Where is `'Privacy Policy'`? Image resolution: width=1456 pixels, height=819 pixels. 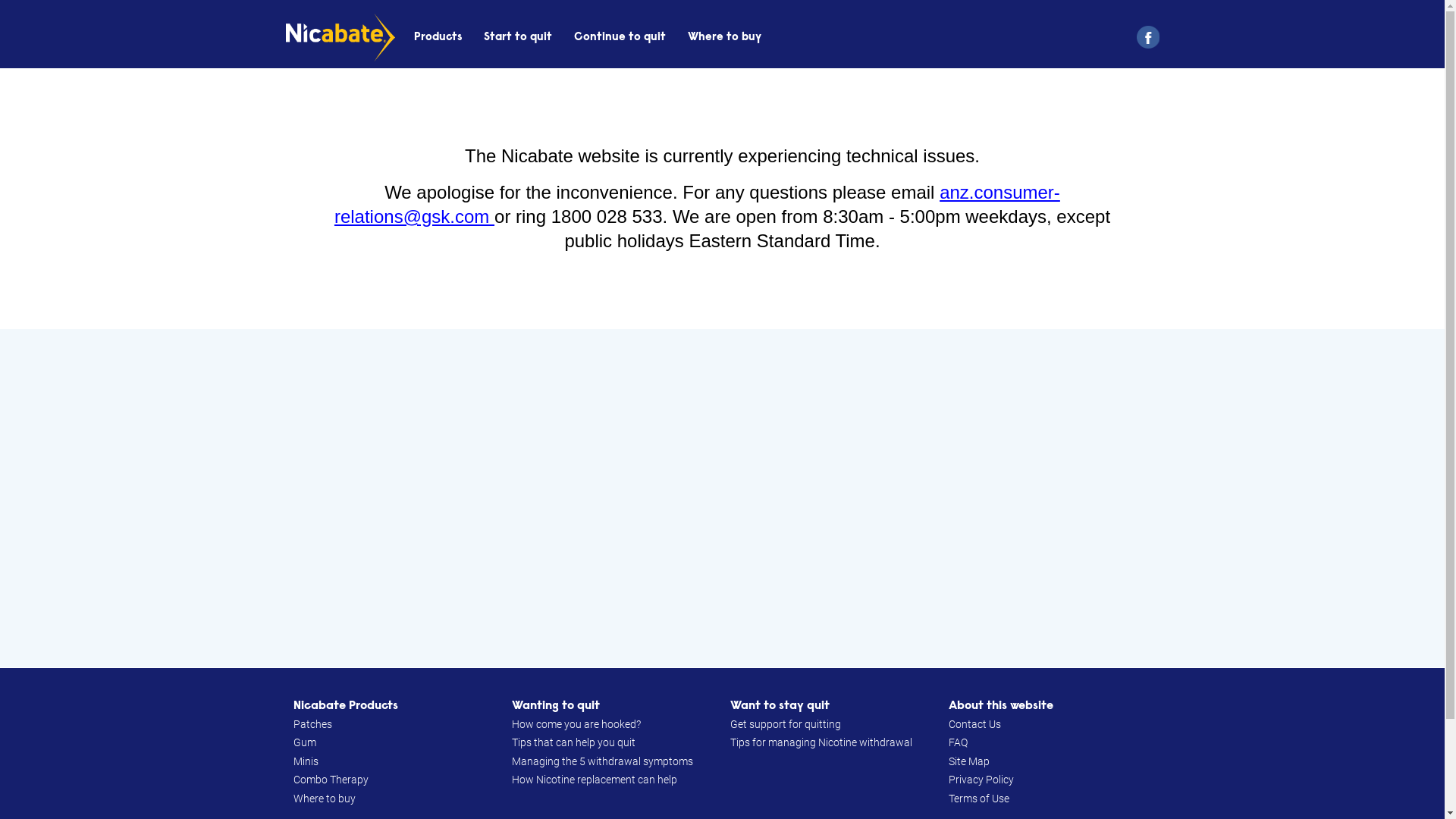 'Privacy Policy' is located at coordinates (980, 780).